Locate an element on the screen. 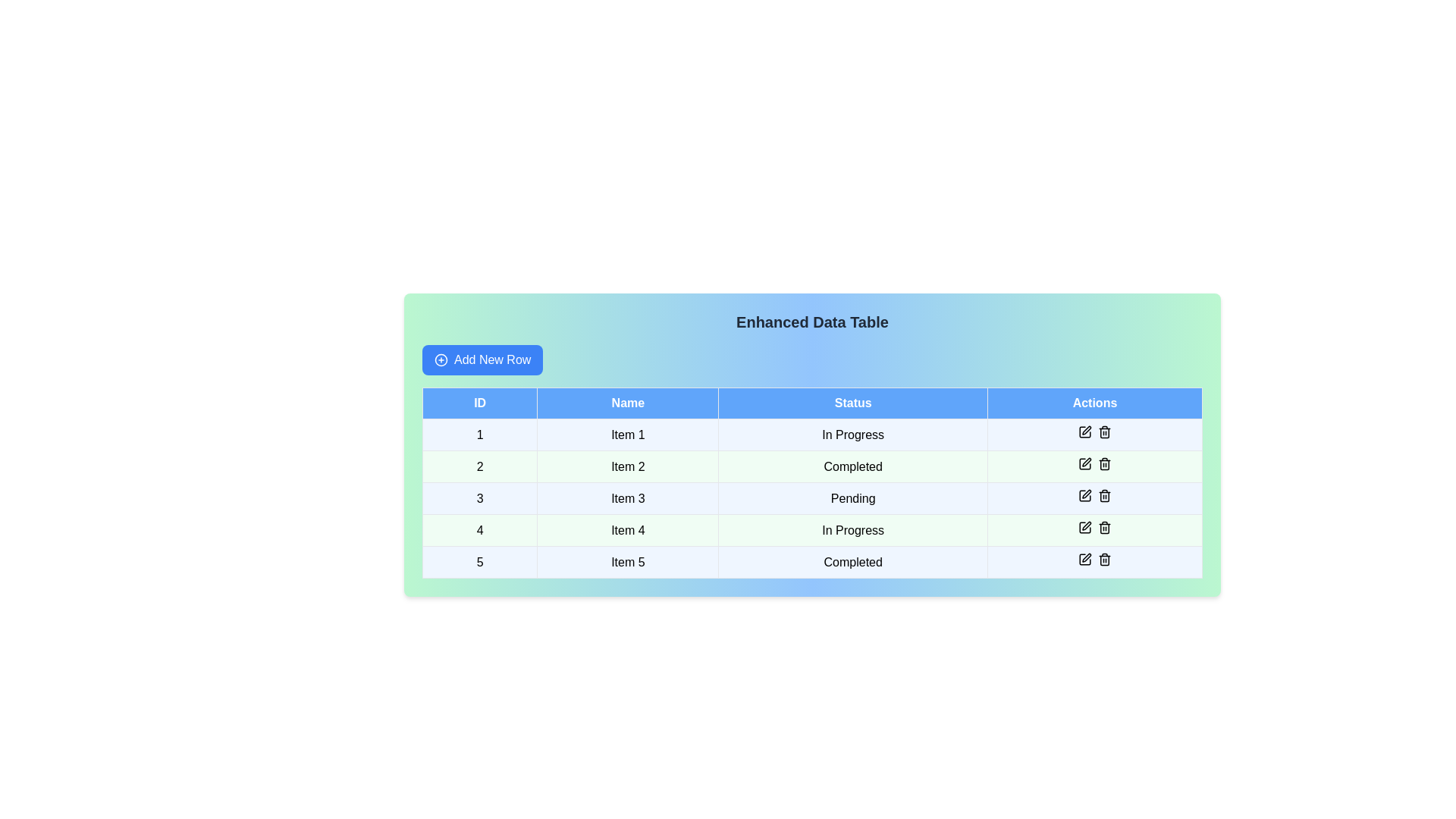  the non-interactive text label located in the second row under the 'Name' column of the table, which serves as a display for the corresponding data entry is located at coordinates (628, 466).